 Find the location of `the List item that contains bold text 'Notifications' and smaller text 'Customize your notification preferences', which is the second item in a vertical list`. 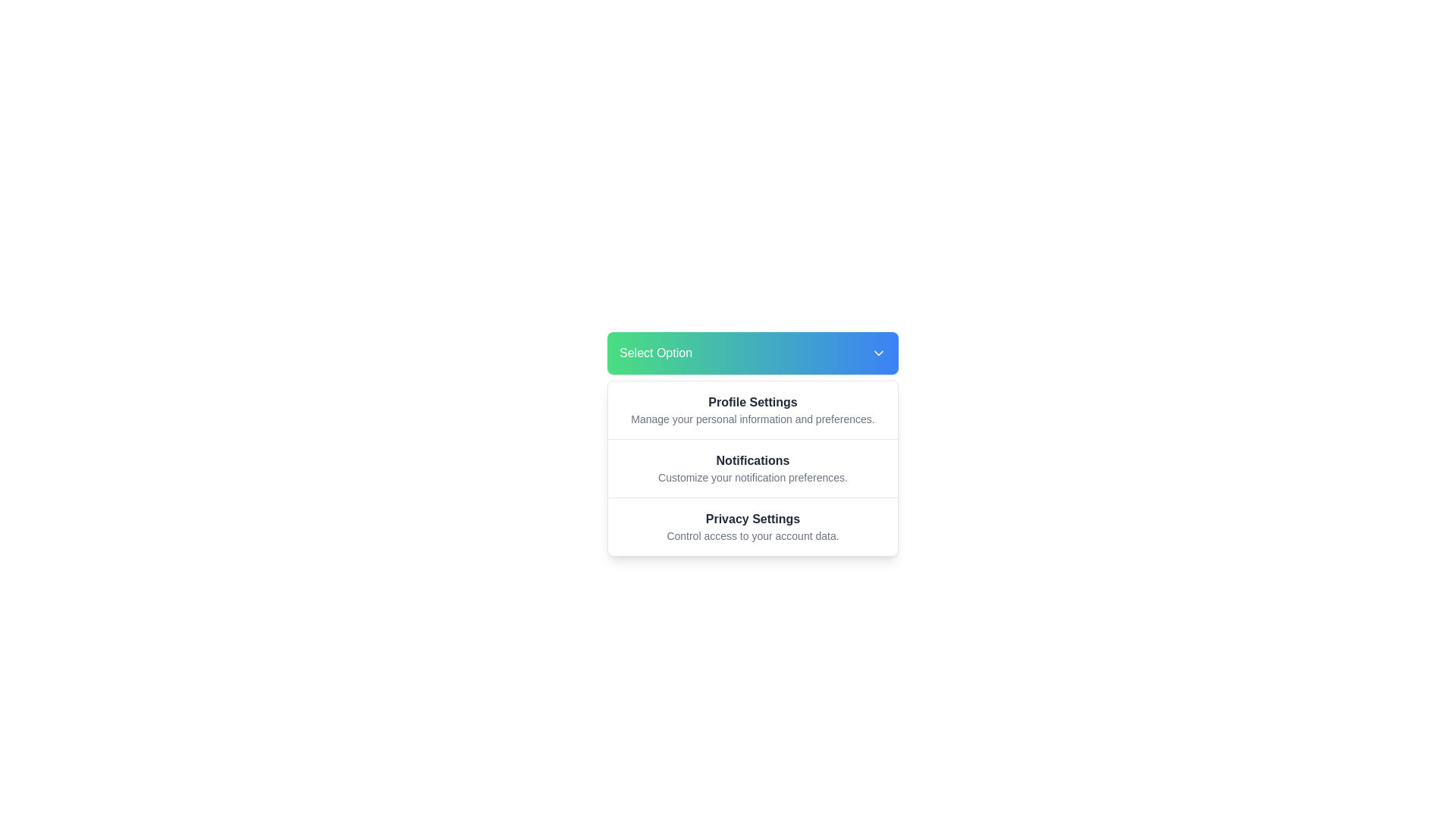

the List item that contains bold text 'Notifications' and smaller text 'Customize your notification preferences', which is the second item in a vertical list is located at coordinates (753, 467).